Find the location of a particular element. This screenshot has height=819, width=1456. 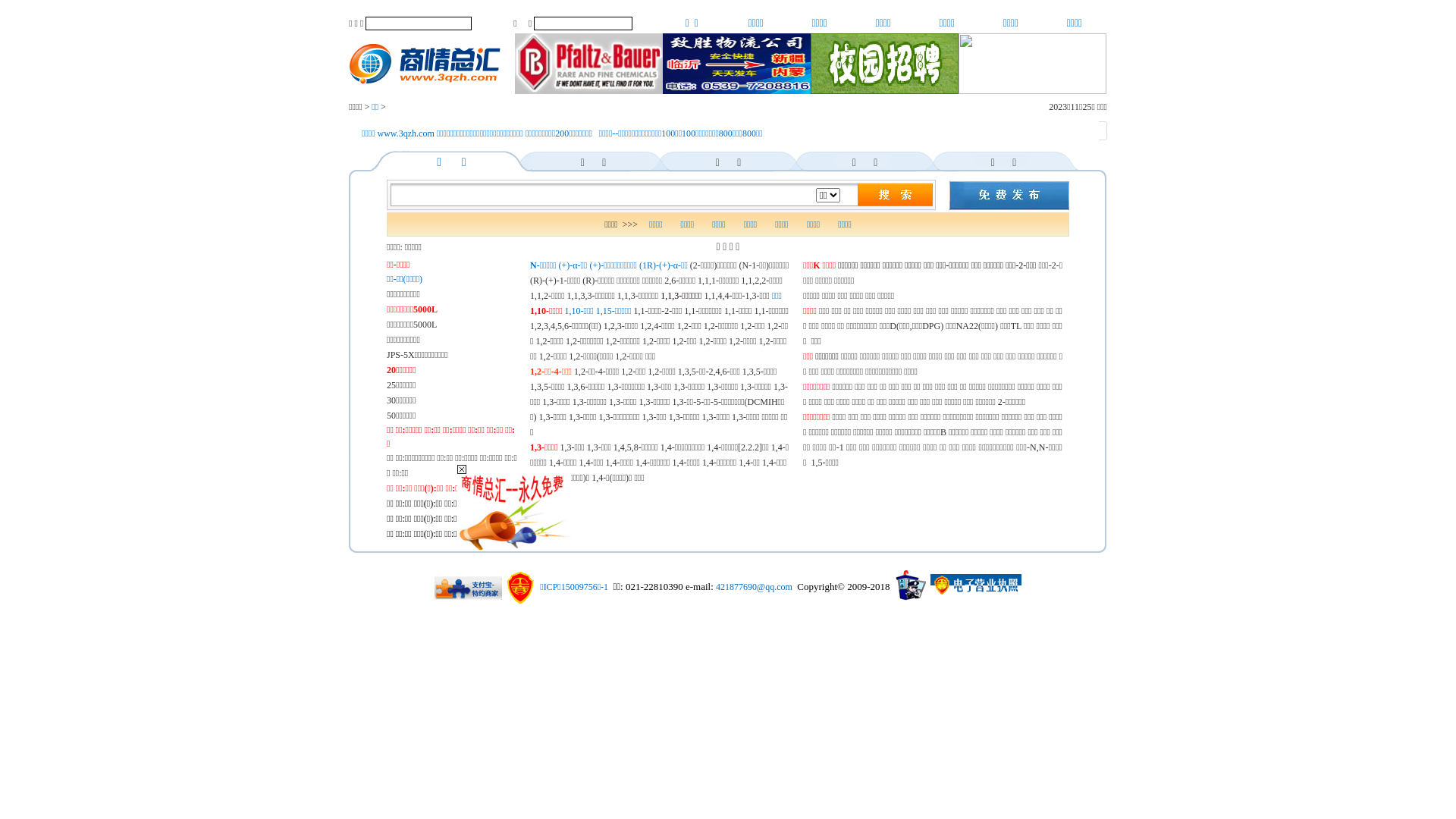

'421877690@qq.com' is located at coordinates (715, 586).